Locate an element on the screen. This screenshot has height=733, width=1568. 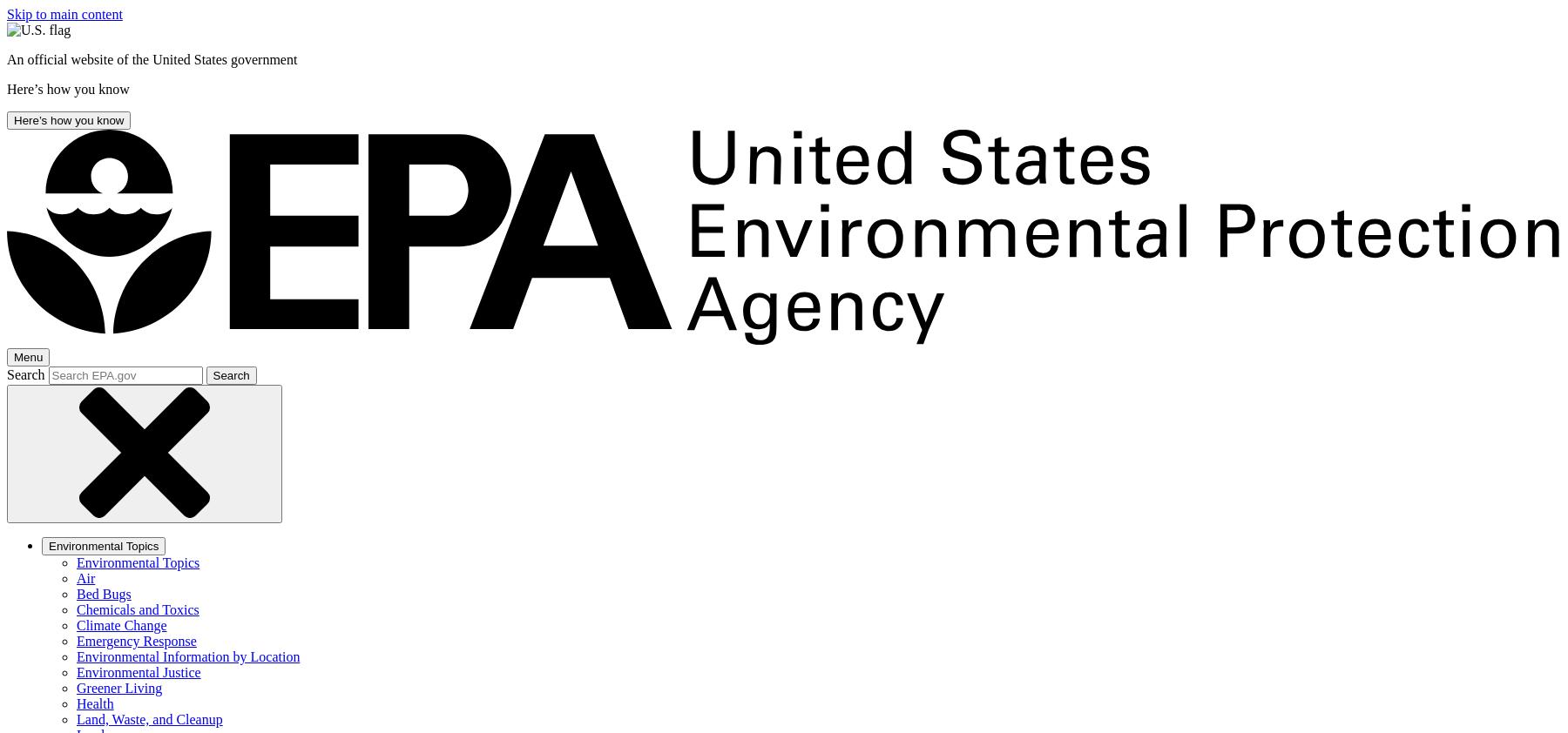
'Health' is located at coordinates (94, 703).